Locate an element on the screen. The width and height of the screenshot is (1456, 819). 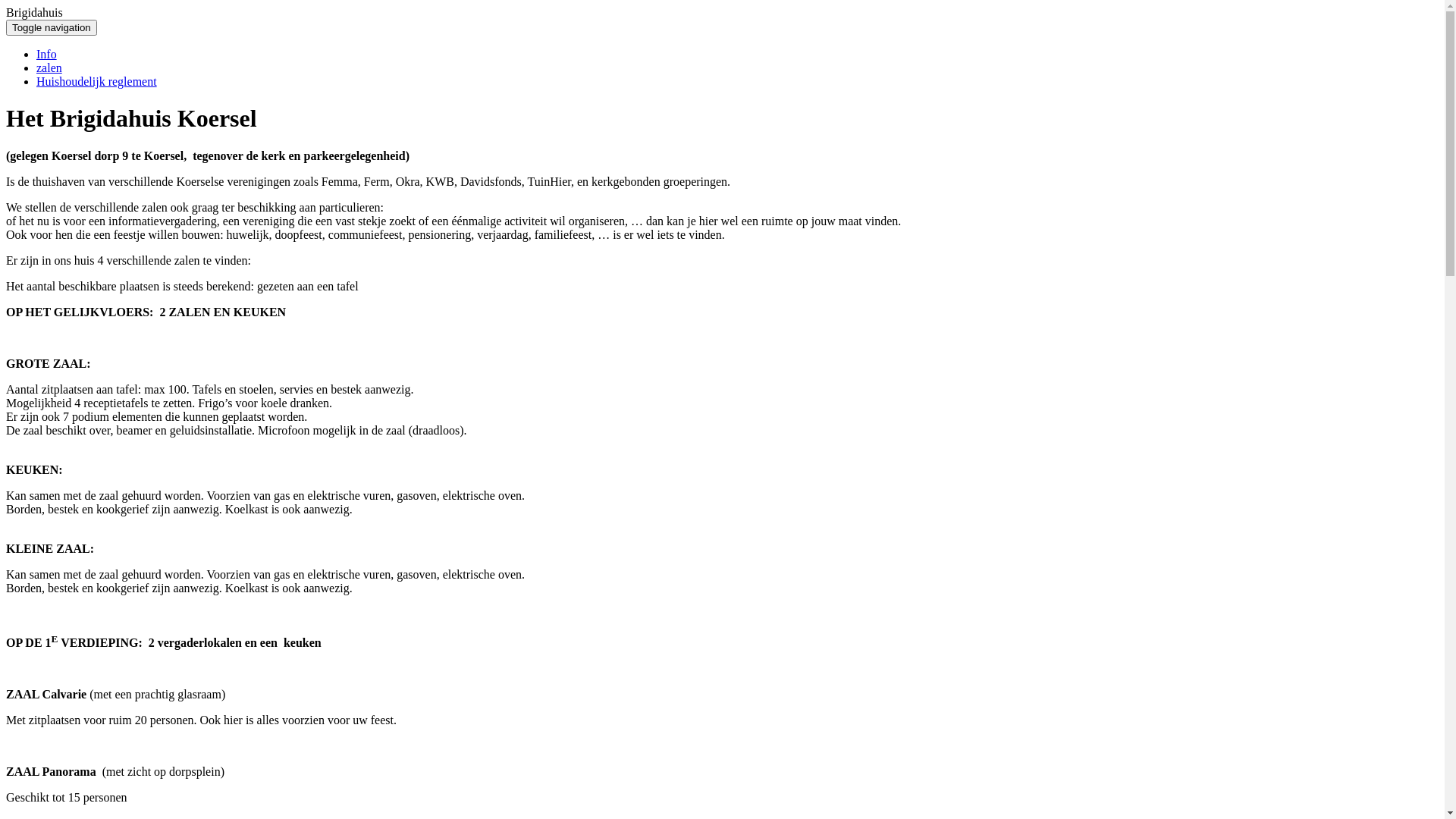
'Toggle navigation' is located at coordinates (51, 27).